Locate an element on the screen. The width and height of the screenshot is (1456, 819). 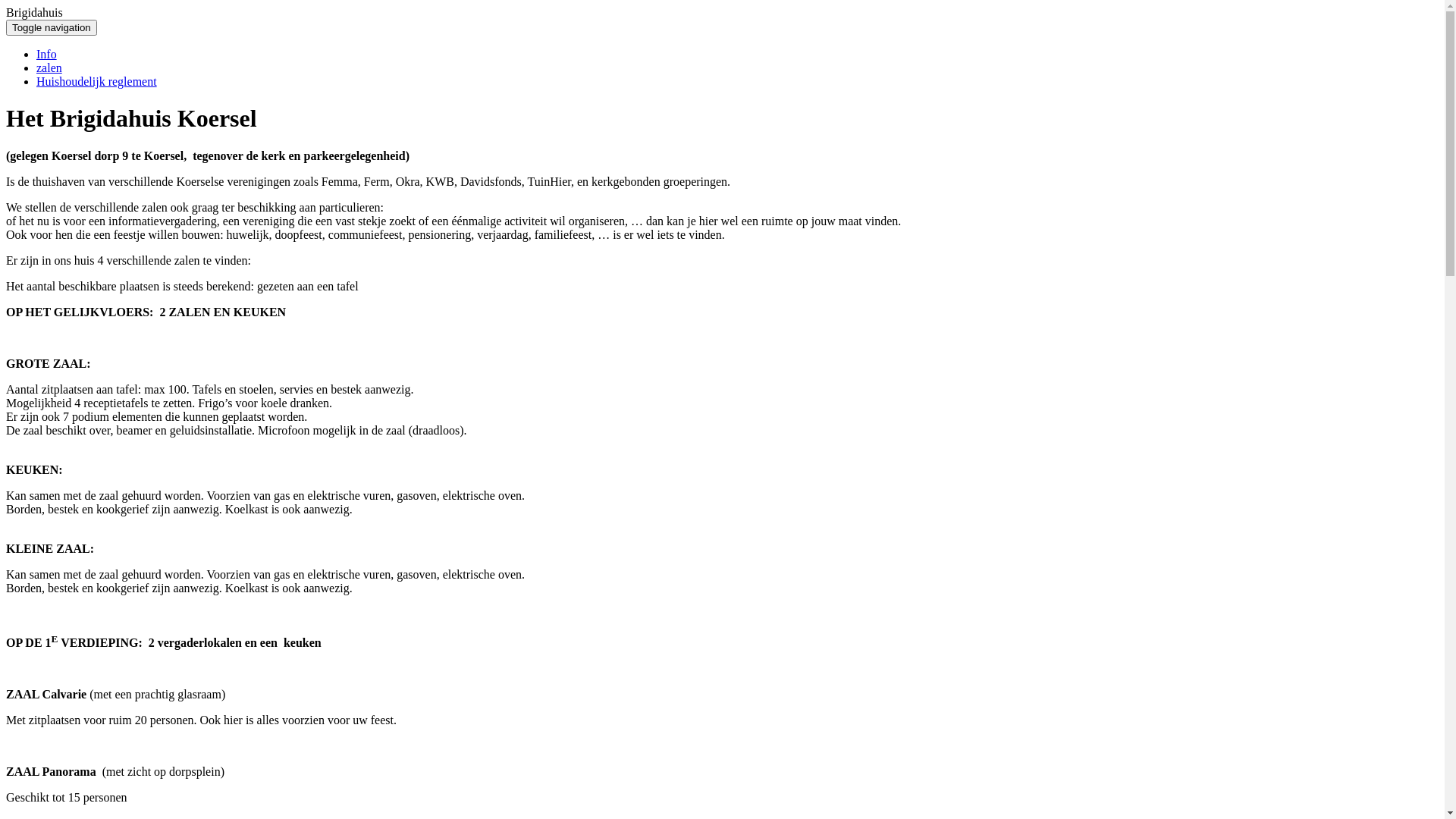
'Toggle navigation' is located at coordinates (51, 27).